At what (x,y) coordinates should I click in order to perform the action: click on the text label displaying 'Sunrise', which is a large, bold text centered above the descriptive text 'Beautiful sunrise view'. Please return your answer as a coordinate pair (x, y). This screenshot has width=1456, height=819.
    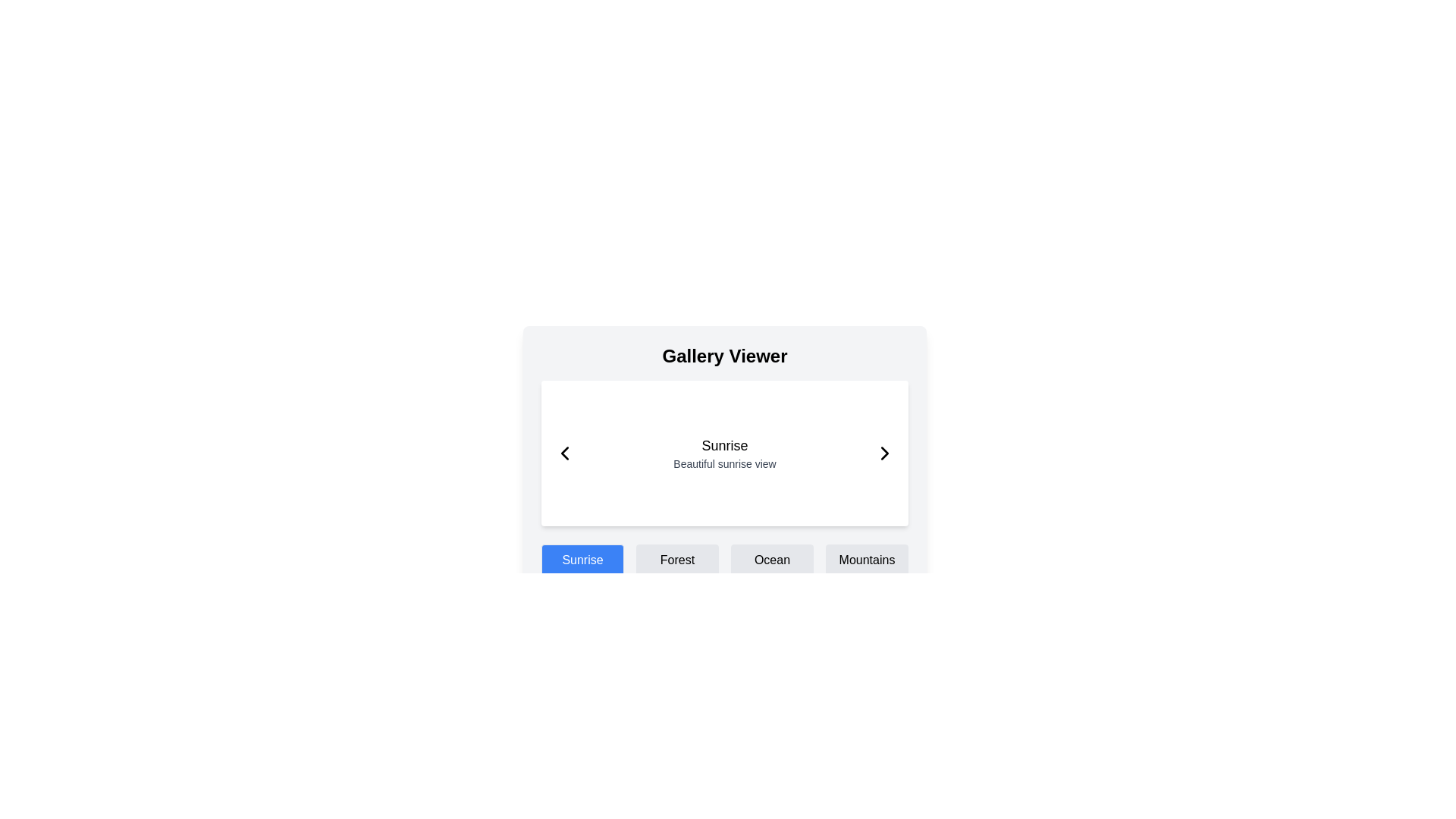
    Looking at the image, I should click on (723, 444).